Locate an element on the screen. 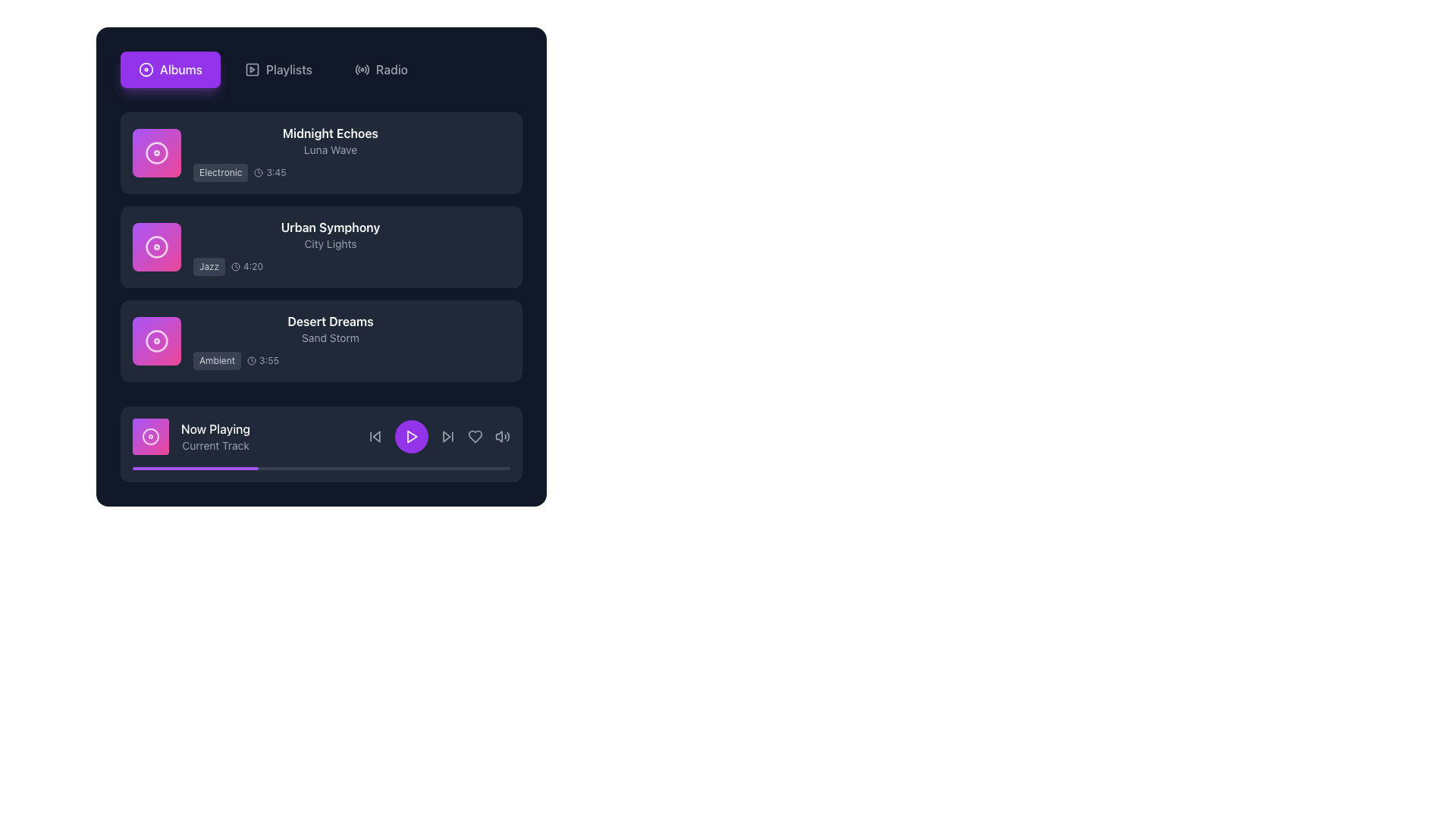 Image resolution: width=1456 pixels, height=819 pixels. the SVG circle located at the bottom-left corner of the 'Now Playing' section, which has a radius of approximately 10 units and features a white boundary with a solid fill is located at coordinates (150, 436).